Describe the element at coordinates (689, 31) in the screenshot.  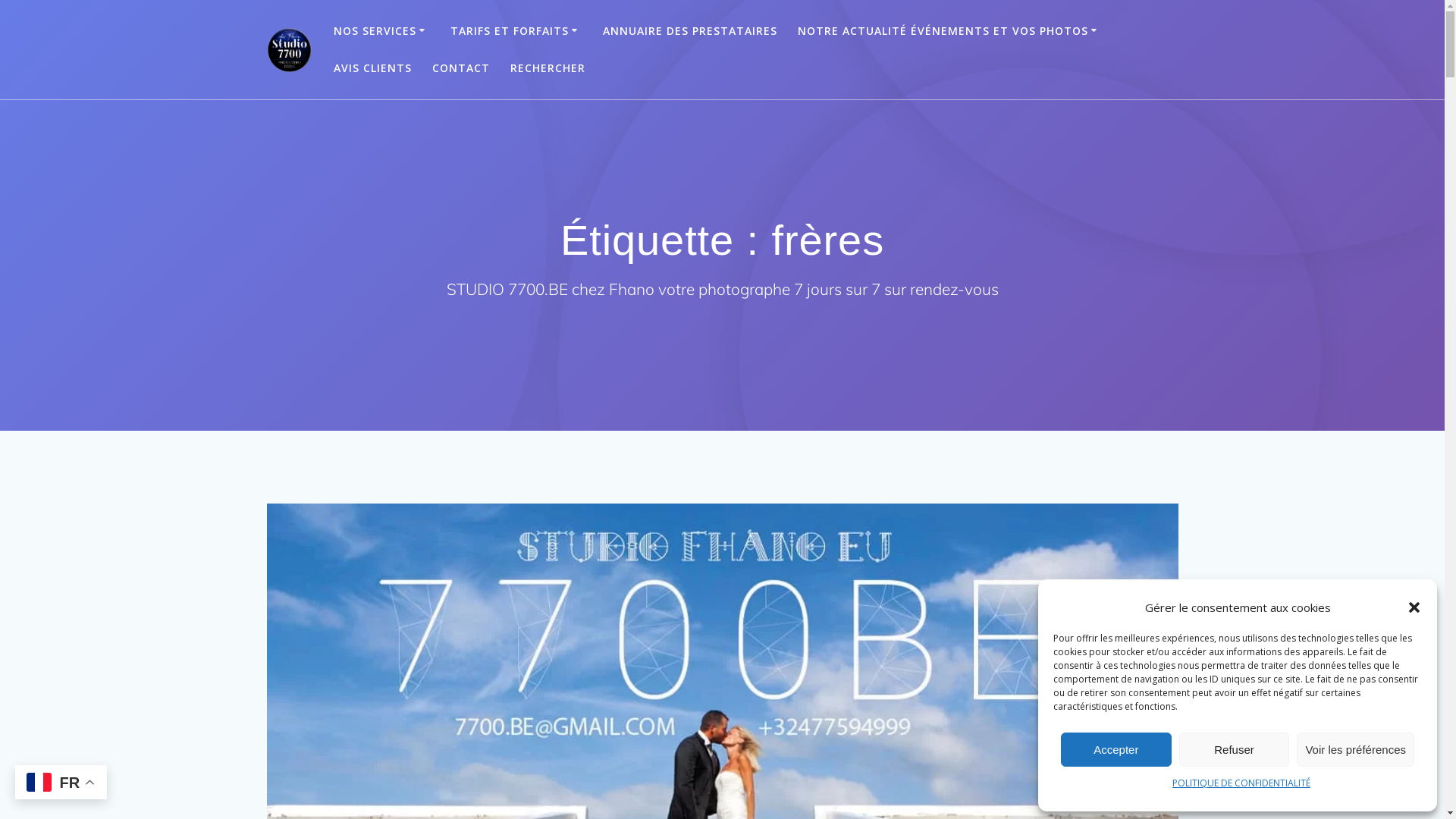
I see `'ANNUAIRE DES PRESTATAIRES'` at that location.